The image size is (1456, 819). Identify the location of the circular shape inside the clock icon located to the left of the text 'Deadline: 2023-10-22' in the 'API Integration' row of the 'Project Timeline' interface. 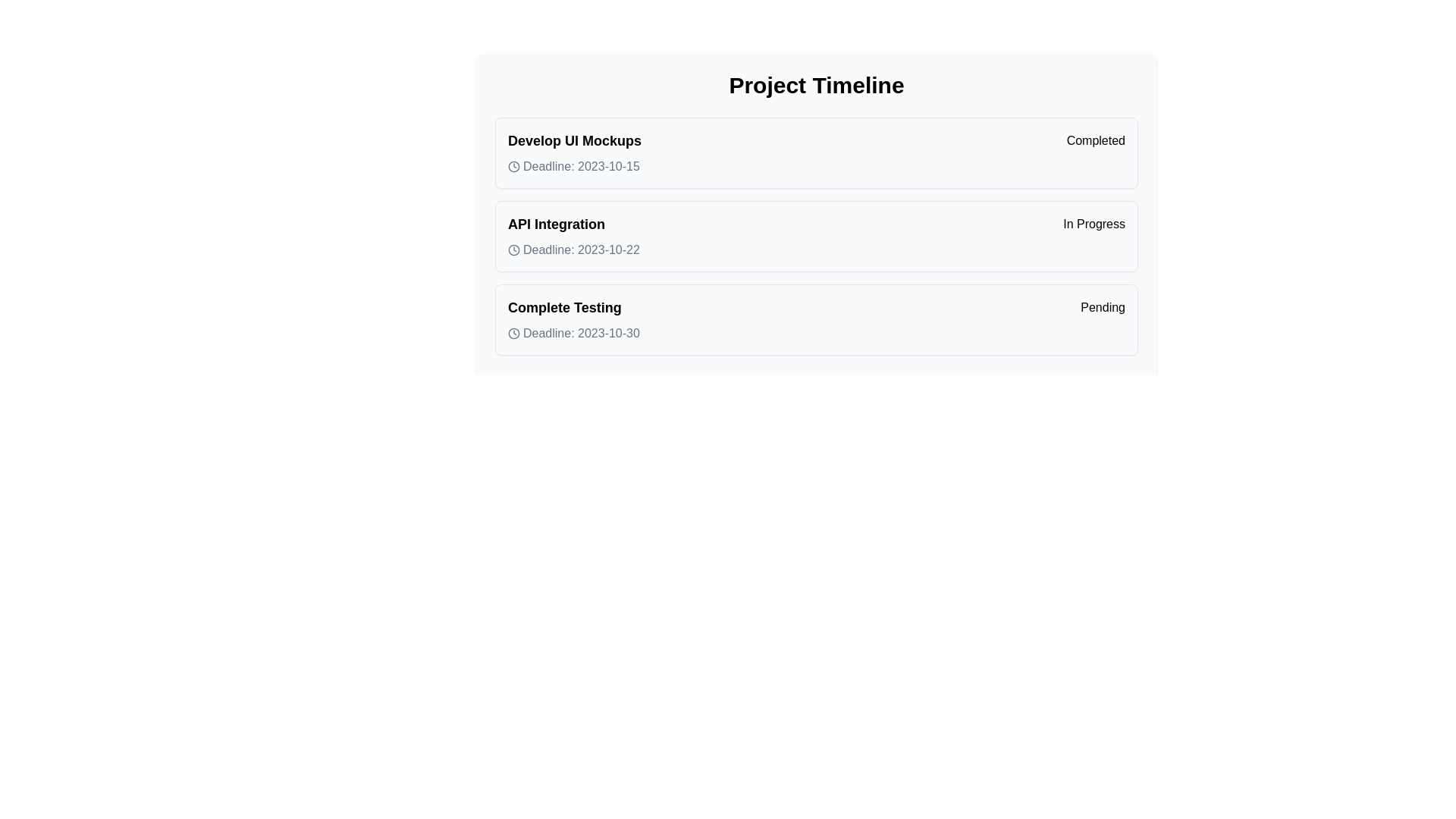
(513, 249).